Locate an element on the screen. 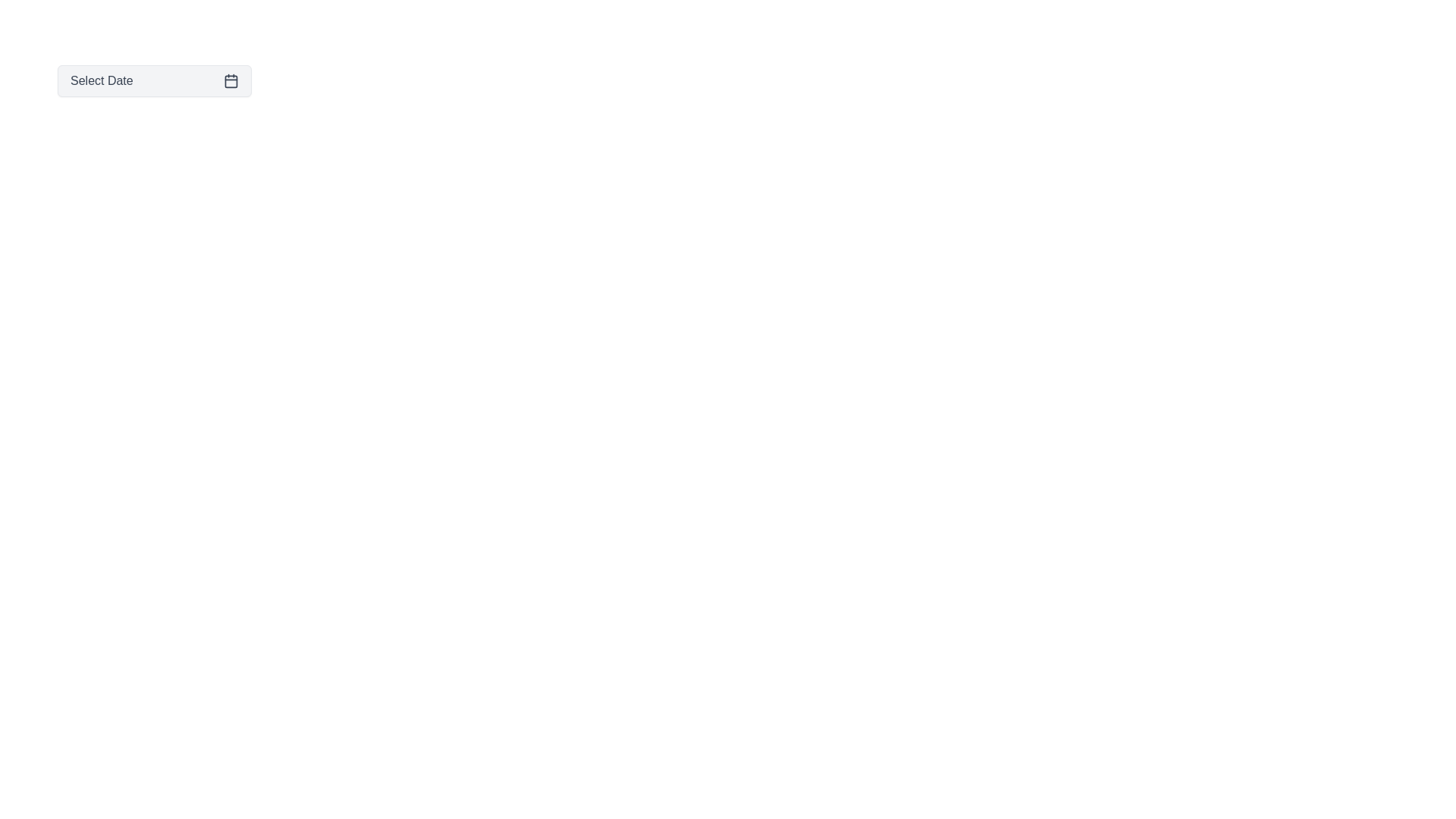 This screenshot has height=819, width=1456. the calendar icon located at the far right of the button labeled 'Select Date' is located at coordinates (231, 81).